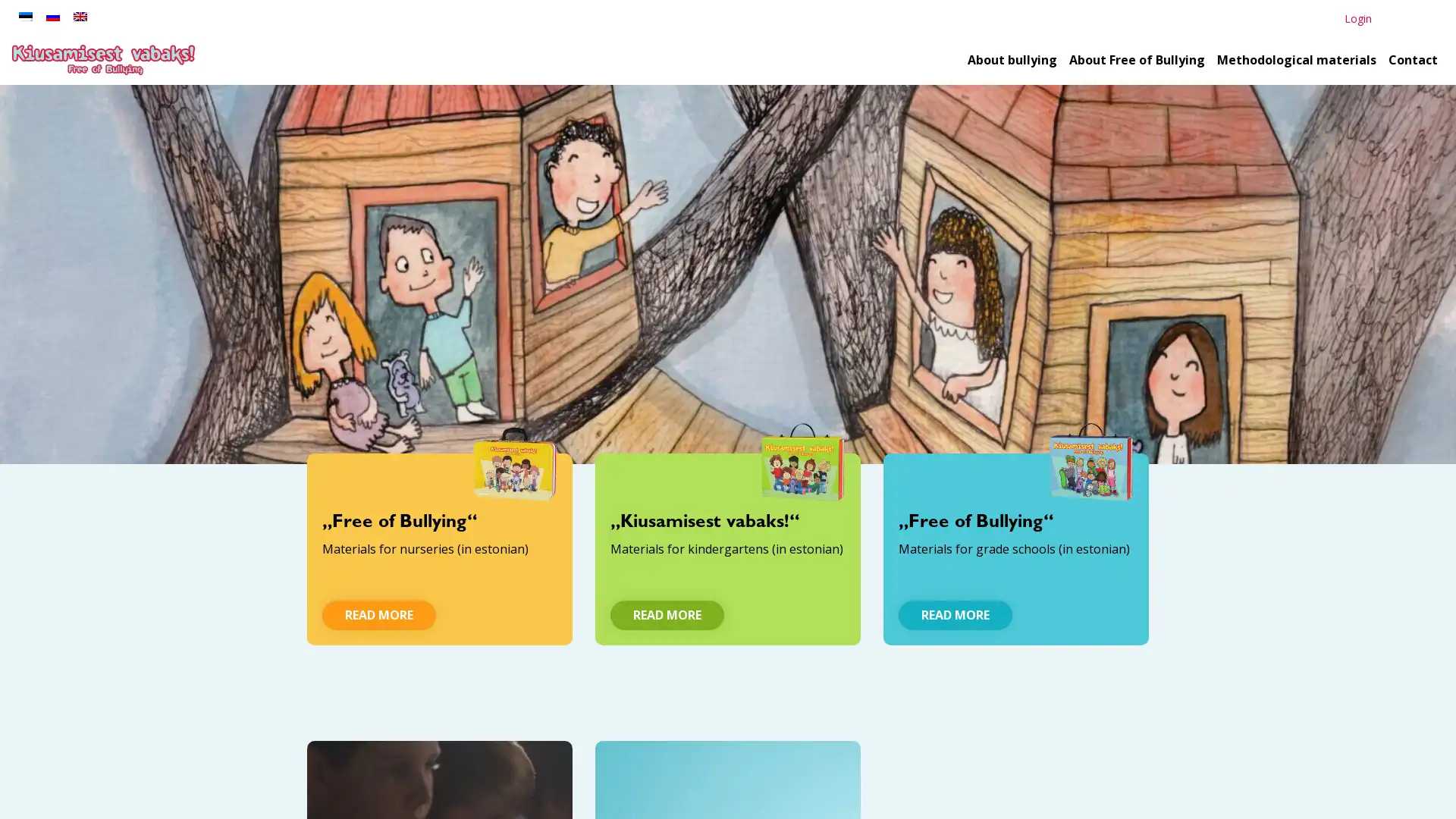  Describe the element at coordinates (1357, 18) in the screenshot. I see `Login` at that location.